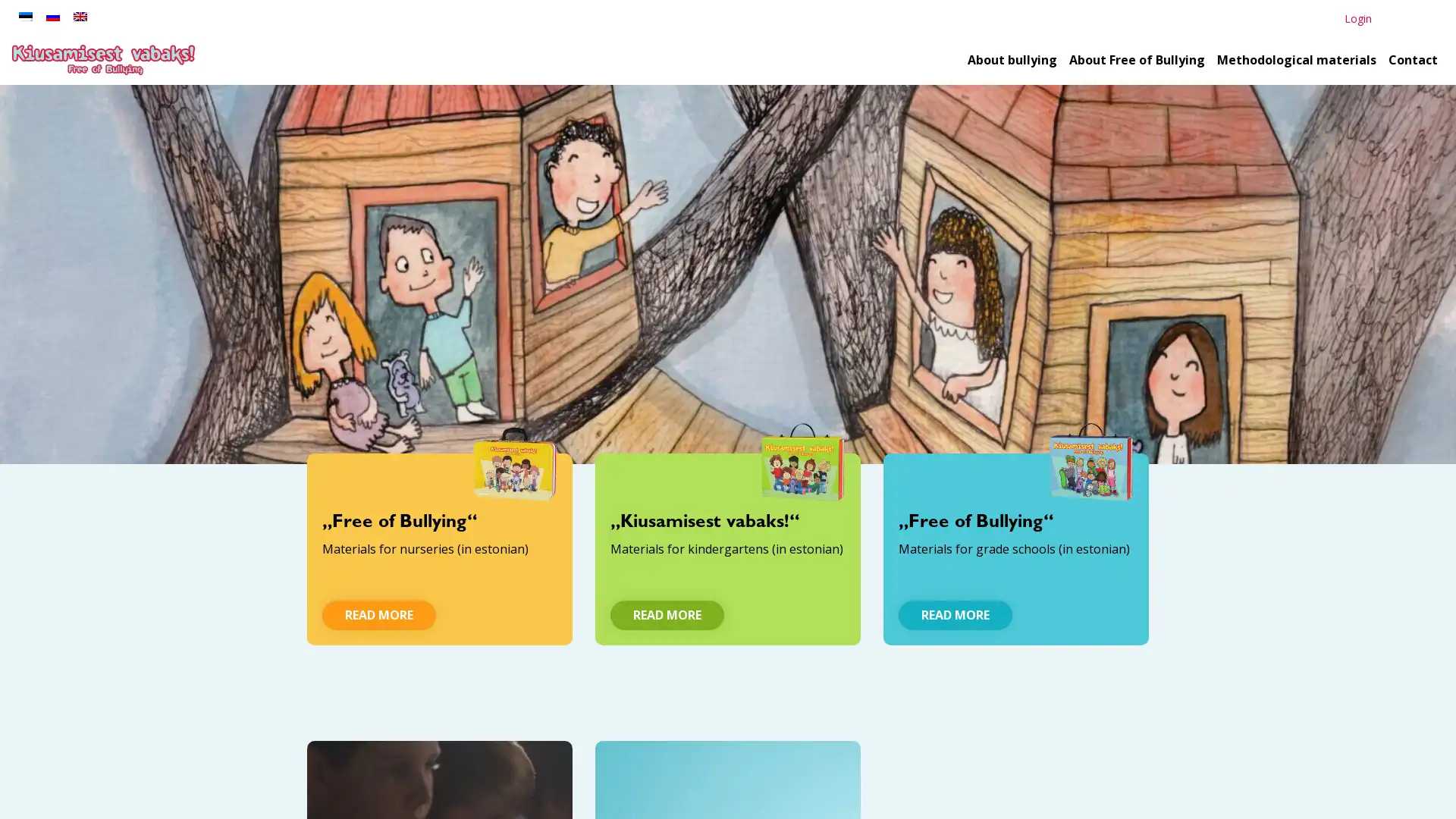  Describe the element at coordinates (1357, 18) in the screenshot. I see `Login` at that location.